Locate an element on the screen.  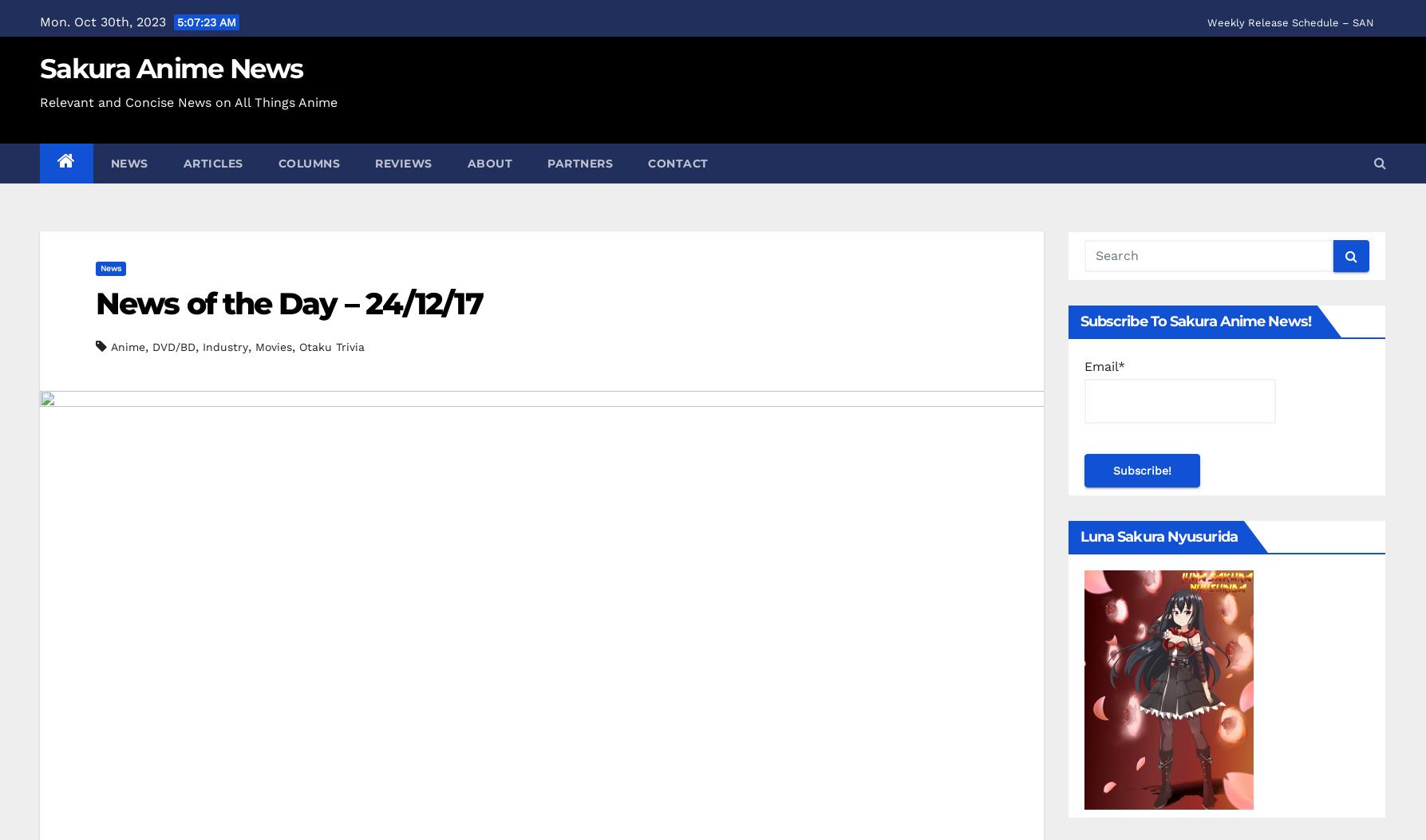
'DVD/BD' is located at coordinates (173, 345).